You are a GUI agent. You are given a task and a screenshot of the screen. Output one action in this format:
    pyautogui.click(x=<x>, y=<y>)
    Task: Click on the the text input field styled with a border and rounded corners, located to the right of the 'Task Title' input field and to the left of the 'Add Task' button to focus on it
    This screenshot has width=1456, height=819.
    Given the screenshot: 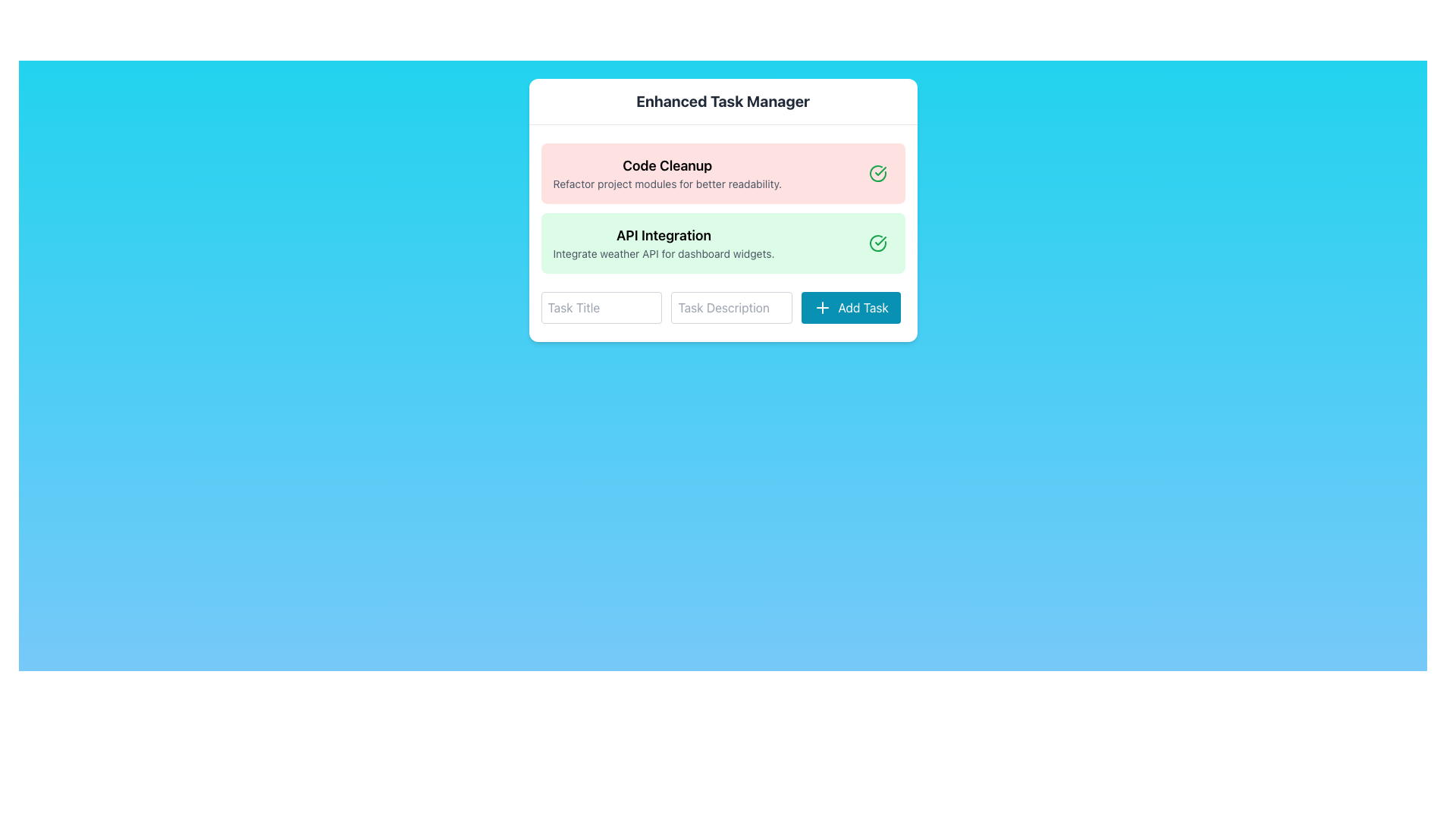 What is the action you would take?
    pyautogui.click(x=722, y=307)
    